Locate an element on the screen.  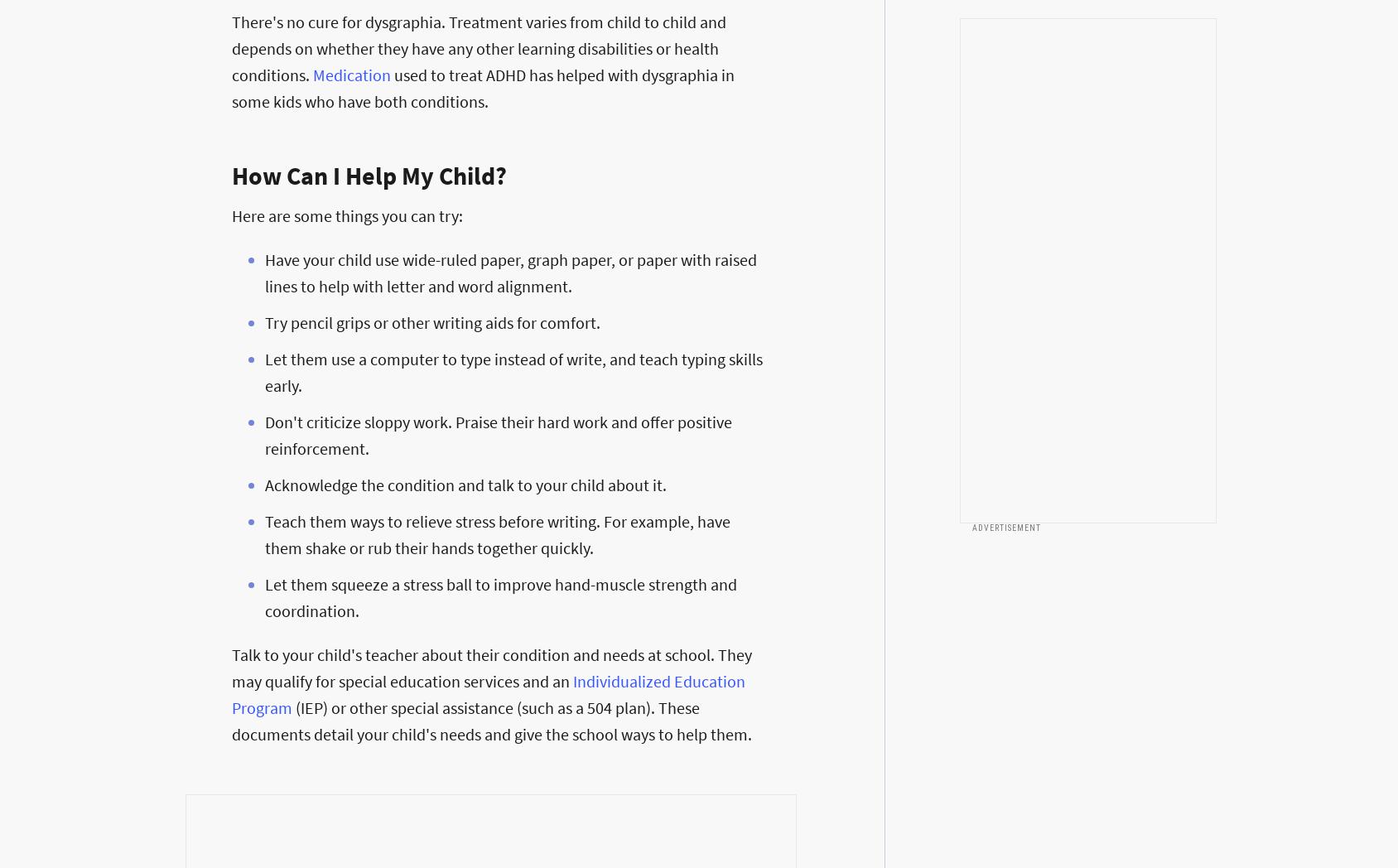
'Have your child use wide-ruled paper, graph paper, or paper with raised lines to help with letter and word alignment.' is located at coordinates (510, 272).